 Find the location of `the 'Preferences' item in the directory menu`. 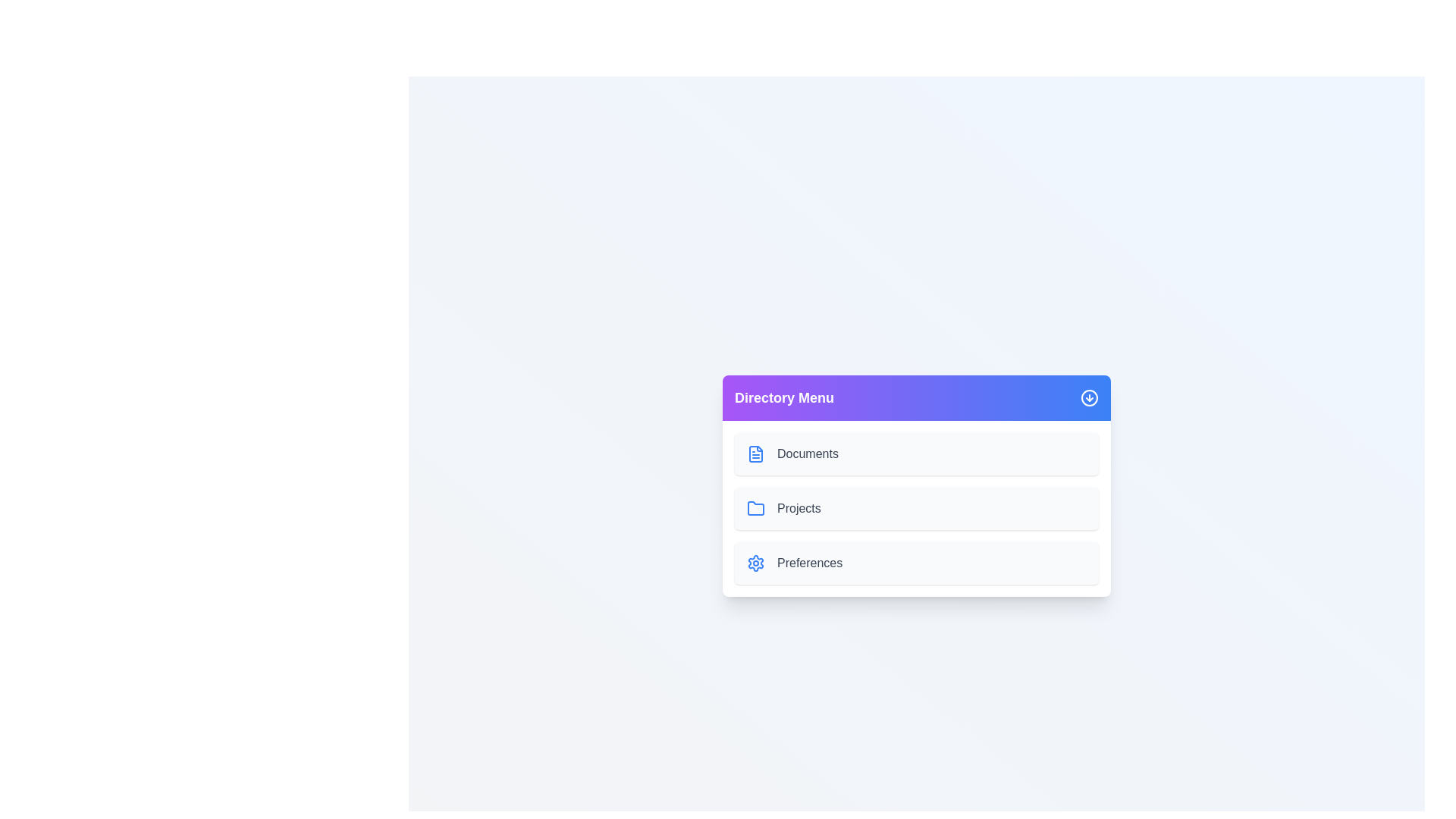

the 'Preferences' item in the directory menu is located at coordinates (916, 563).